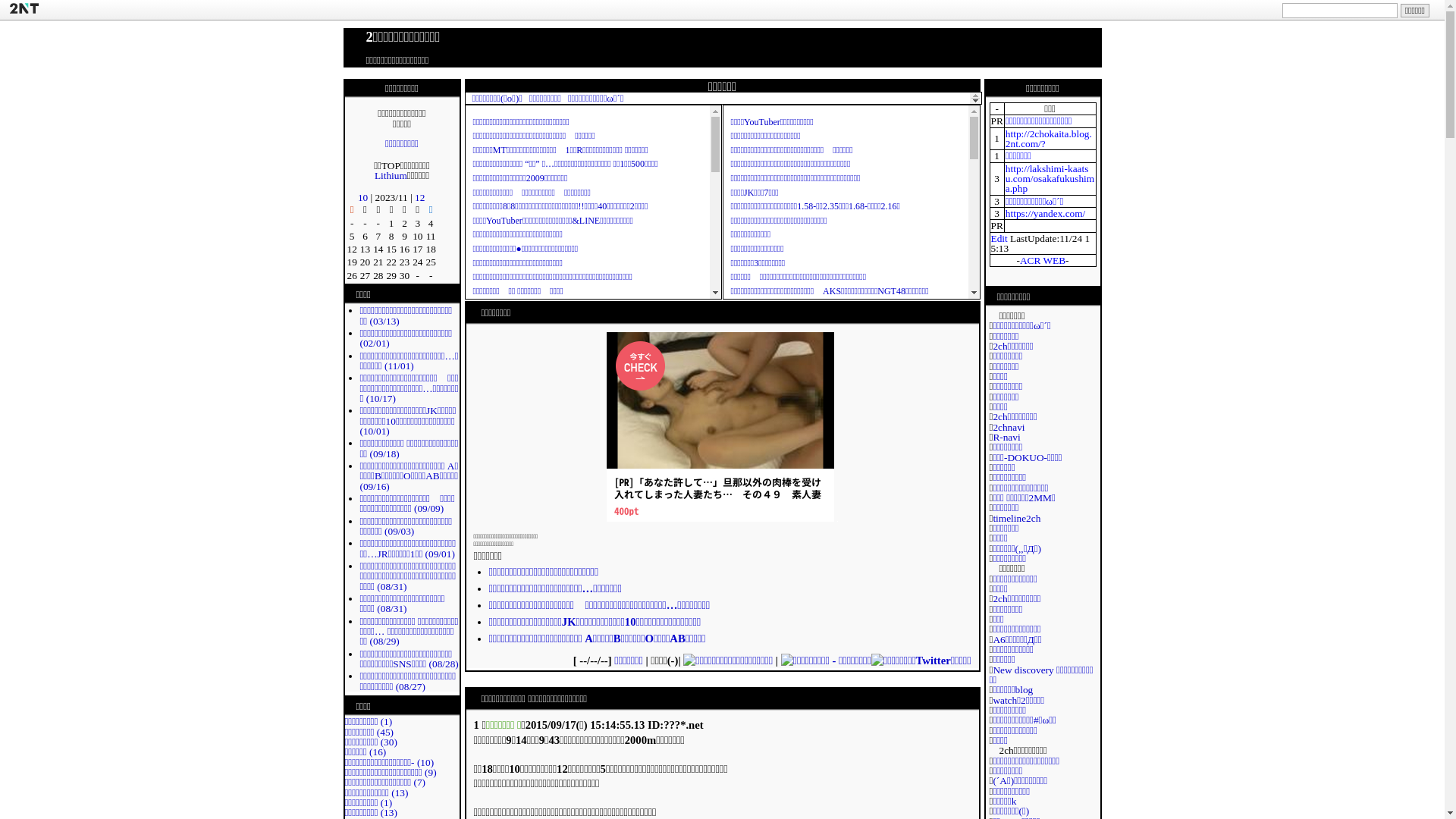  I want to click on 'http://lakshimi-kaatsu.com/osakafukushima.php', so click(1049, 177).